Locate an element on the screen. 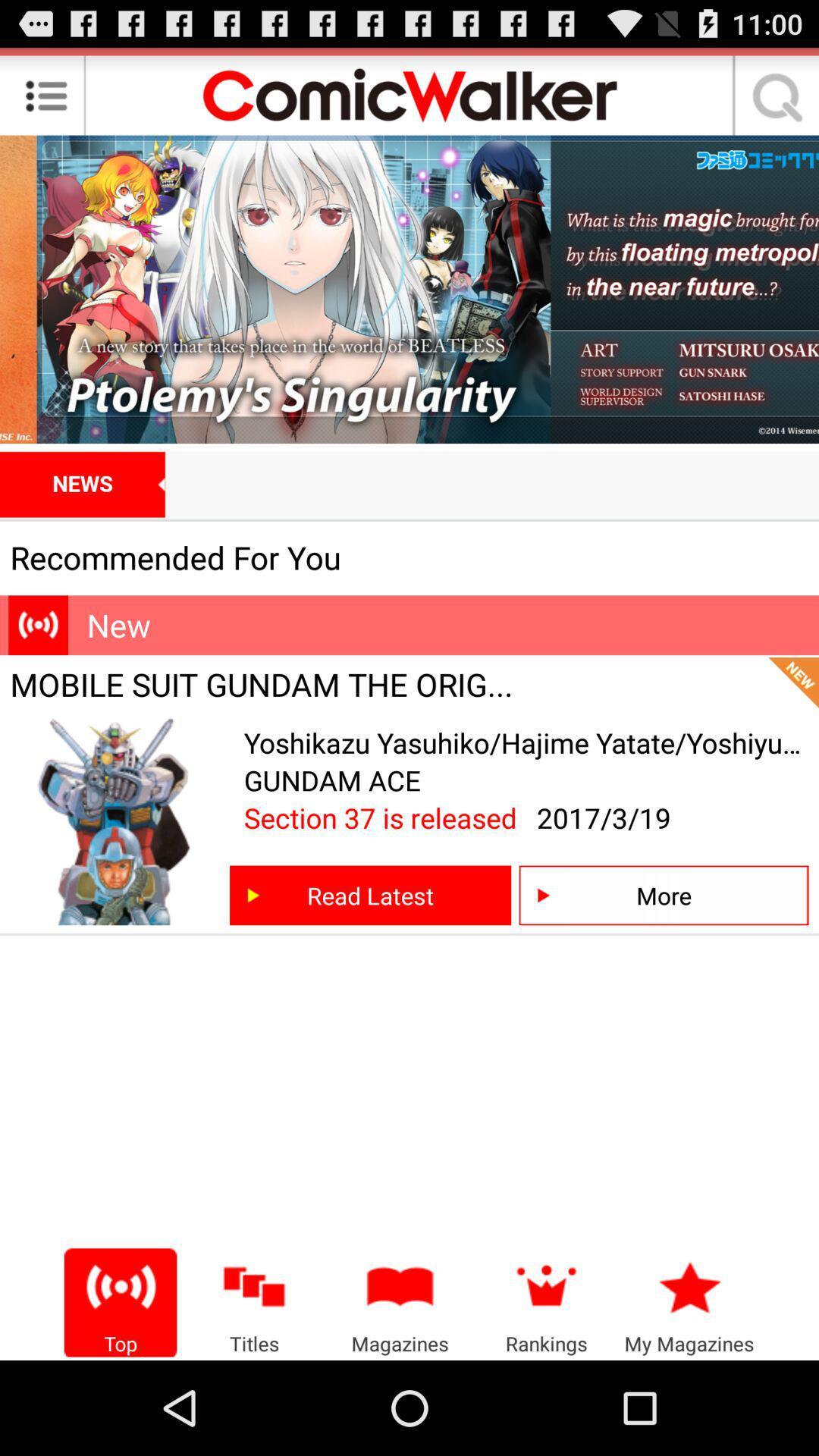 This screenshot has height=1456, width=819. the list icon is located at coordinates (45, 101).